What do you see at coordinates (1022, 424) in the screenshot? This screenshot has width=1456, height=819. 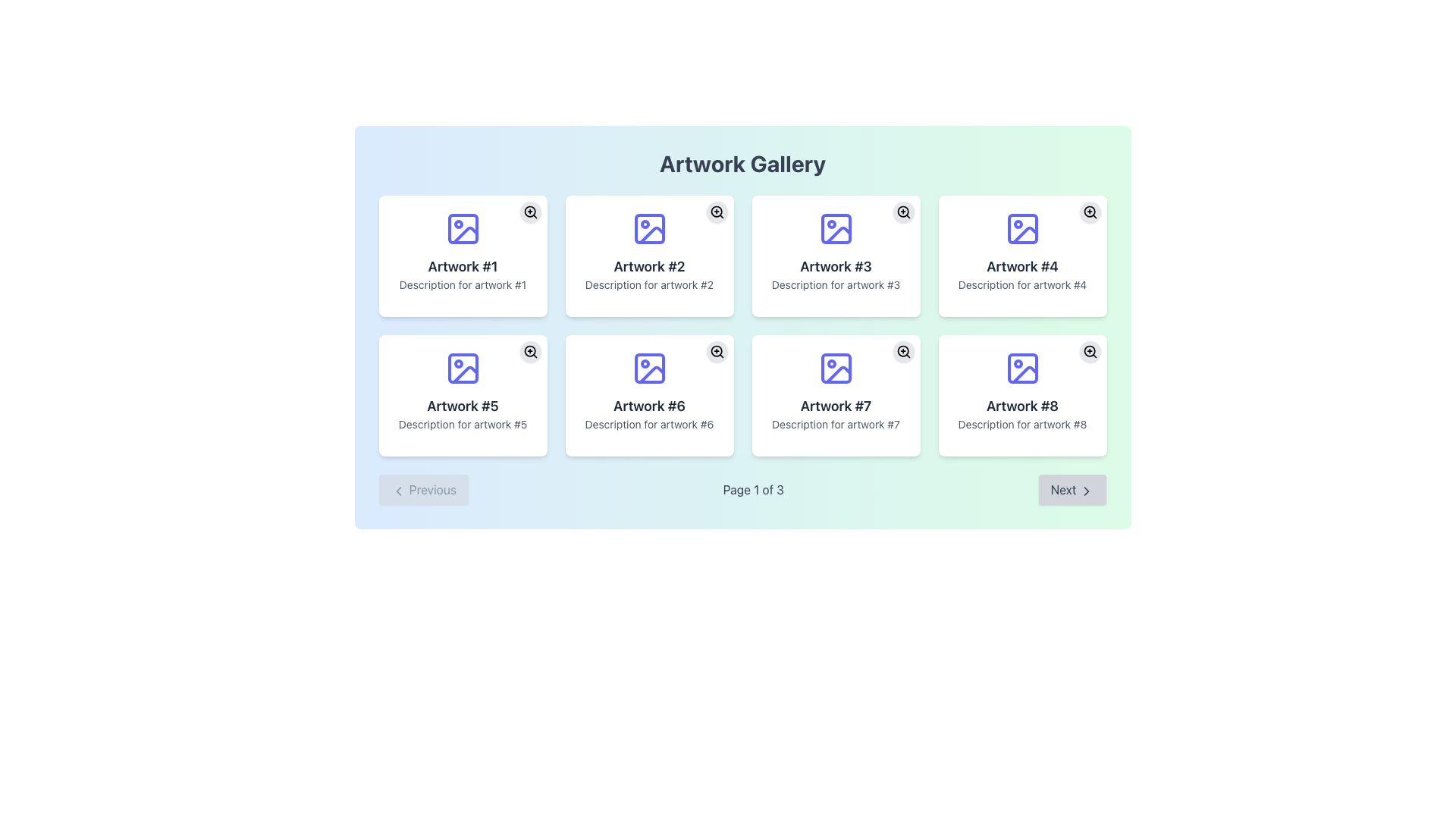 I see `text component displaying 'Description for artwork #8', which is styled in gray and located below the title 'Artwork #8' in the bottom-right position of the artwork grid` at bounding box center [1022, 424].